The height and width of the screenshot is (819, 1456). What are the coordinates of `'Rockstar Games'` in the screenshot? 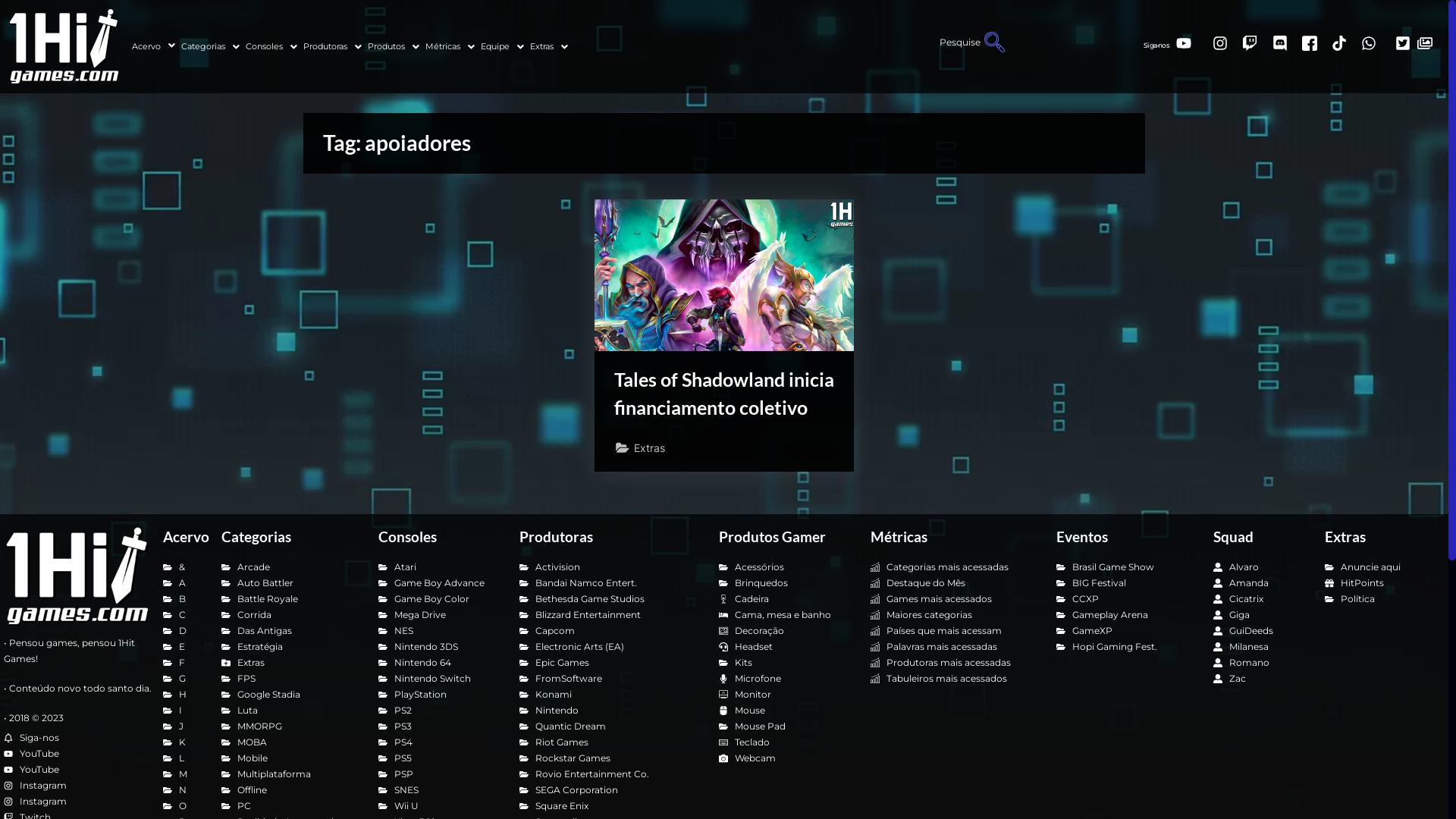 It's located at (611, 758).